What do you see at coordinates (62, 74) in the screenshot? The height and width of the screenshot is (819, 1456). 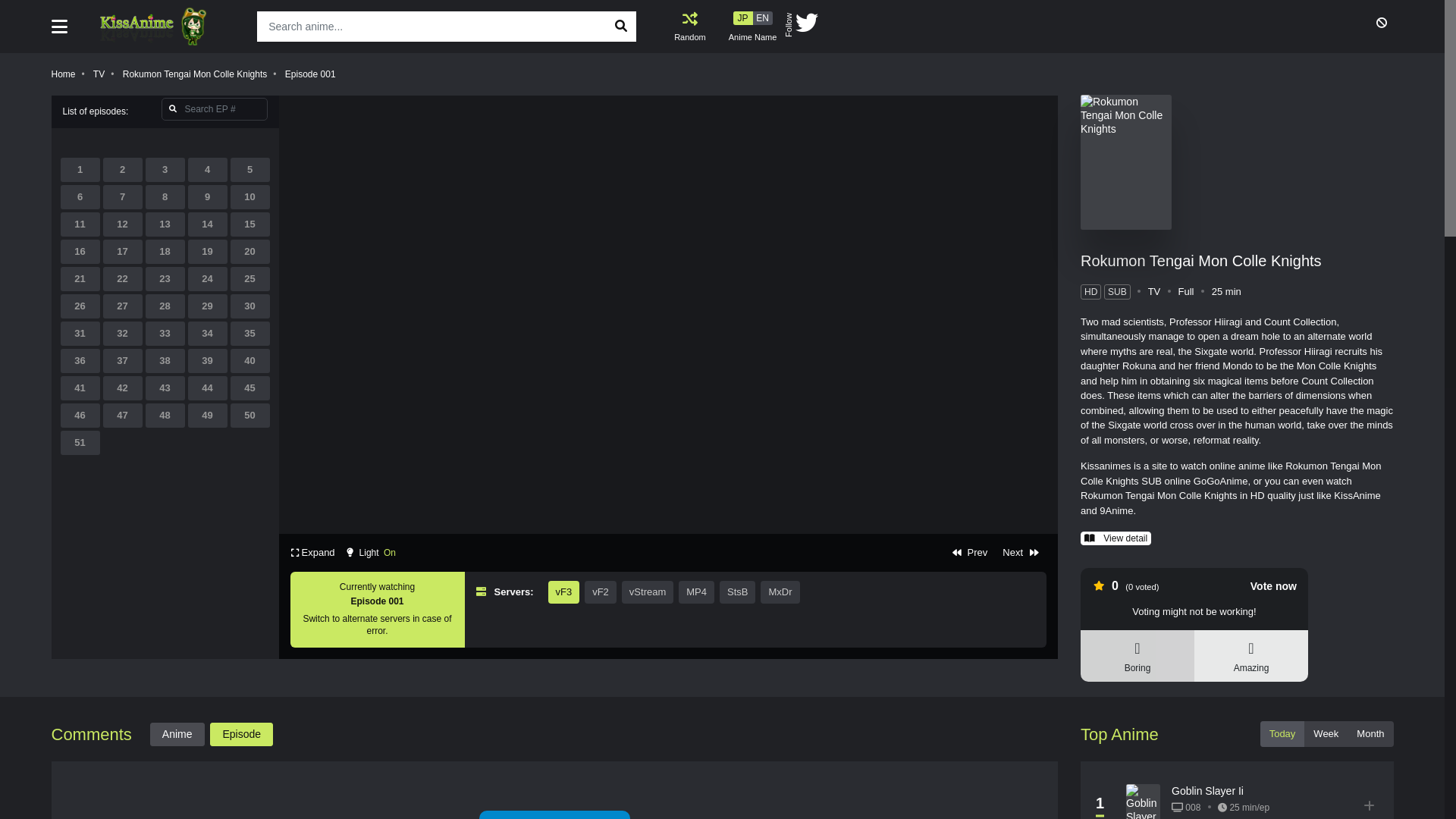 I see `'Home'` at bounding box center [62, 74].